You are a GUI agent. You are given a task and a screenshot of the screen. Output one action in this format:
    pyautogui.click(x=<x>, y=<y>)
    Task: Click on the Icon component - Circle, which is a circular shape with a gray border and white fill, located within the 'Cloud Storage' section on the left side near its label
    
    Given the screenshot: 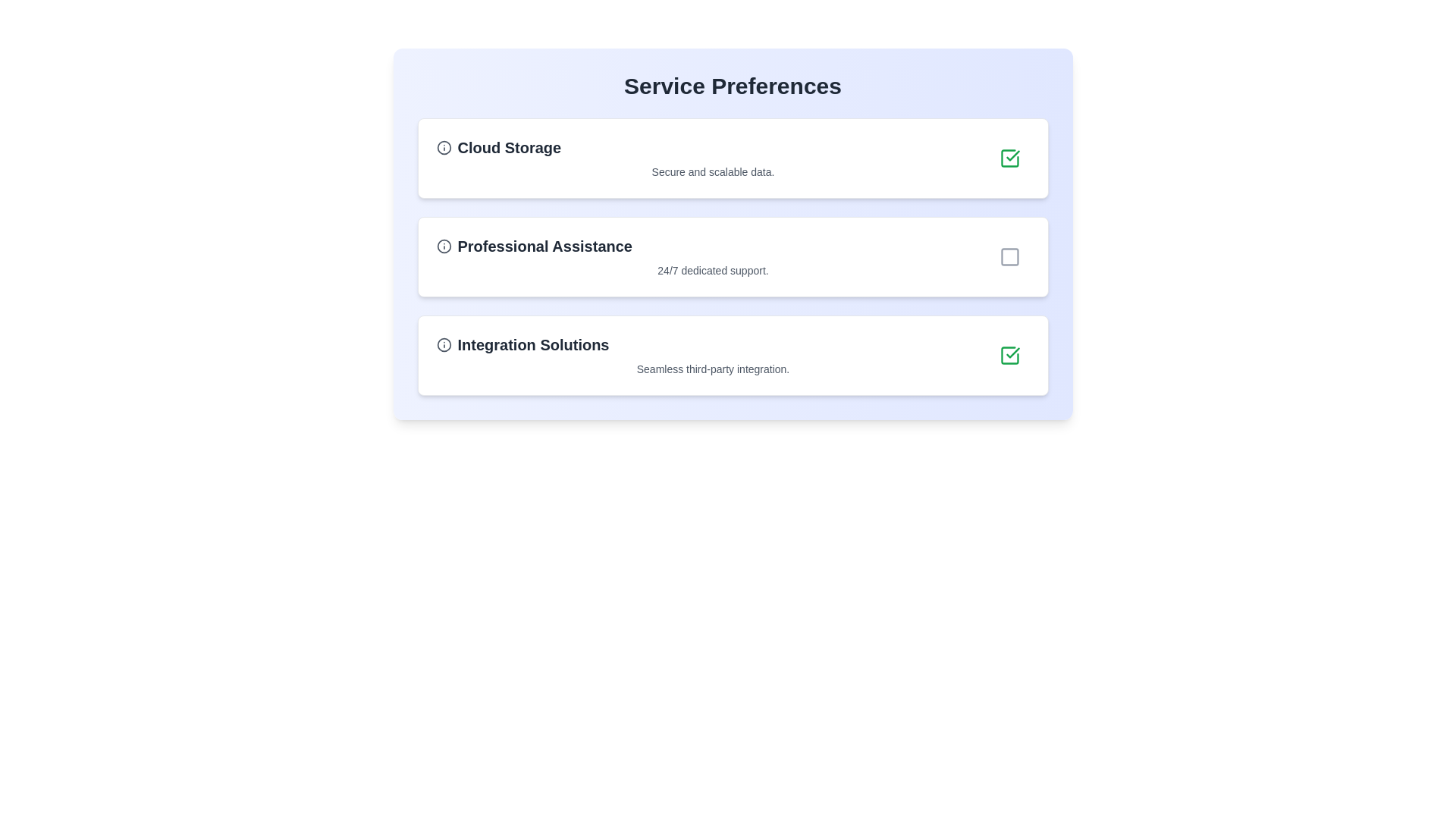 What is the action you would take?
    pyautogui.click(x=443, y=148)
    